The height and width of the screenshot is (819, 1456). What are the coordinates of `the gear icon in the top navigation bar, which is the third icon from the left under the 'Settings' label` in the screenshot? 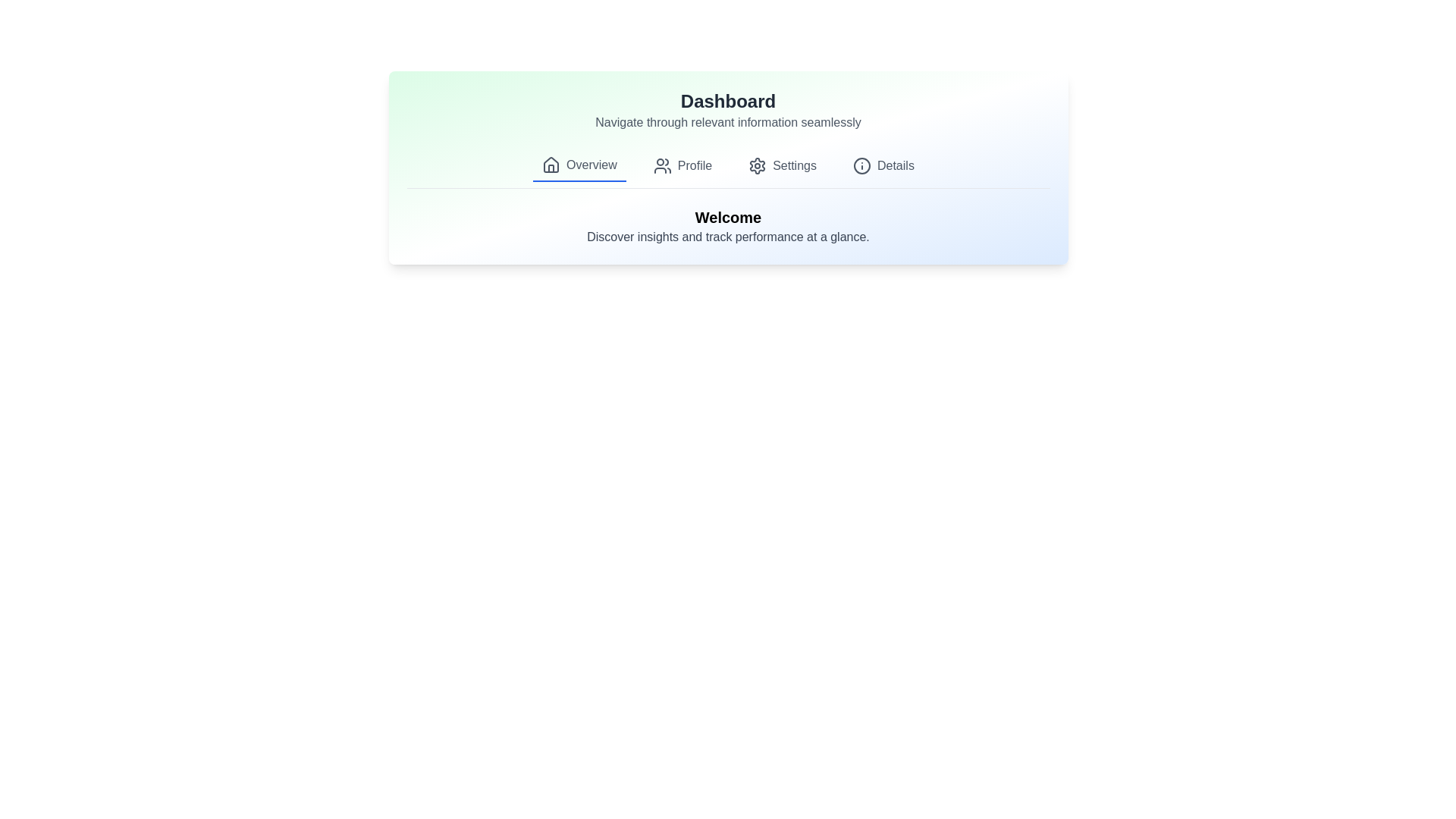 It's located at (758, 166).